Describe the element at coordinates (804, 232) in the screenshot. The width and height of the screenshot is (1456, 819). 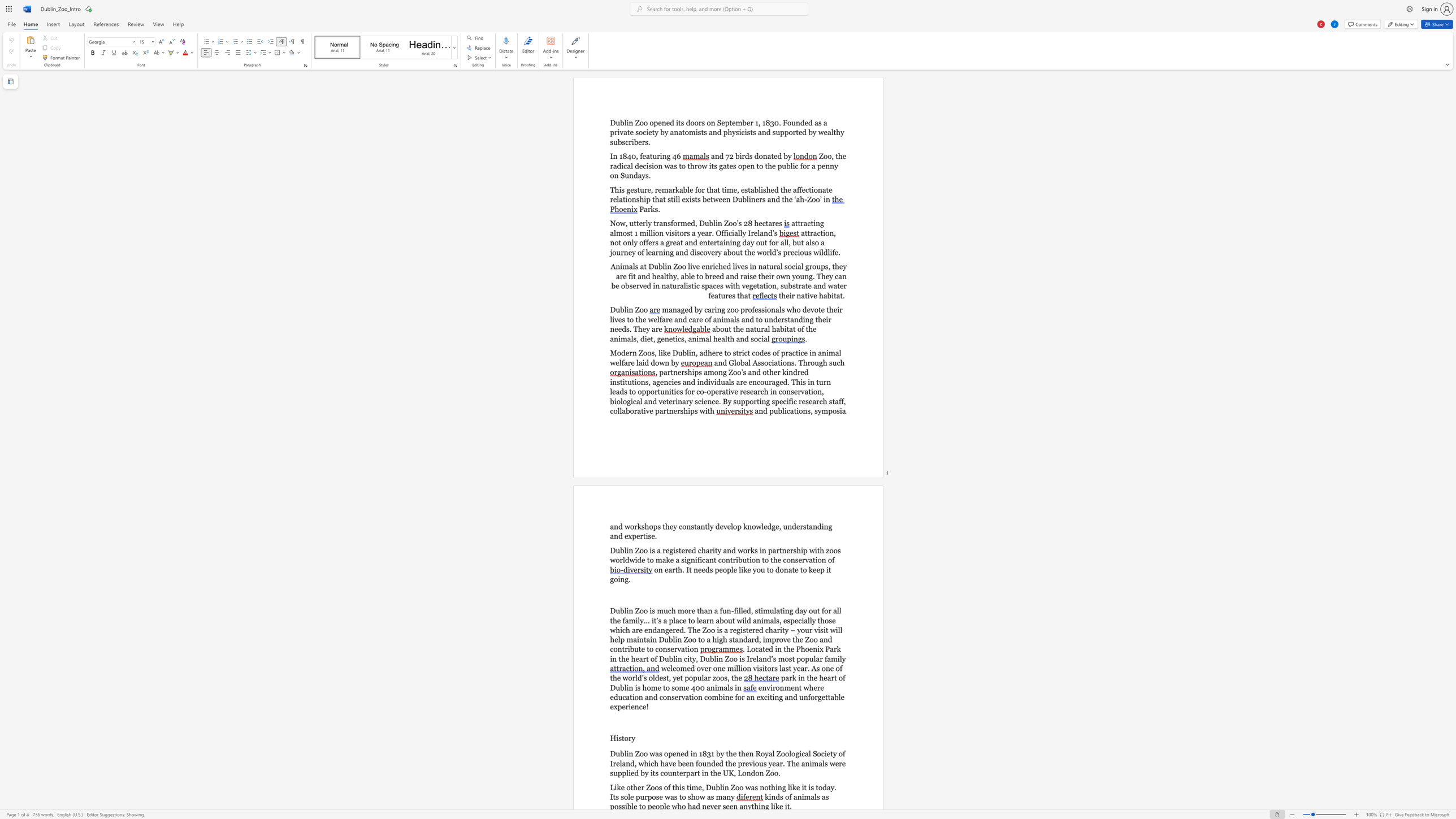
I see `the subset text "ttr" within the text "attraction, not only"` at that location.